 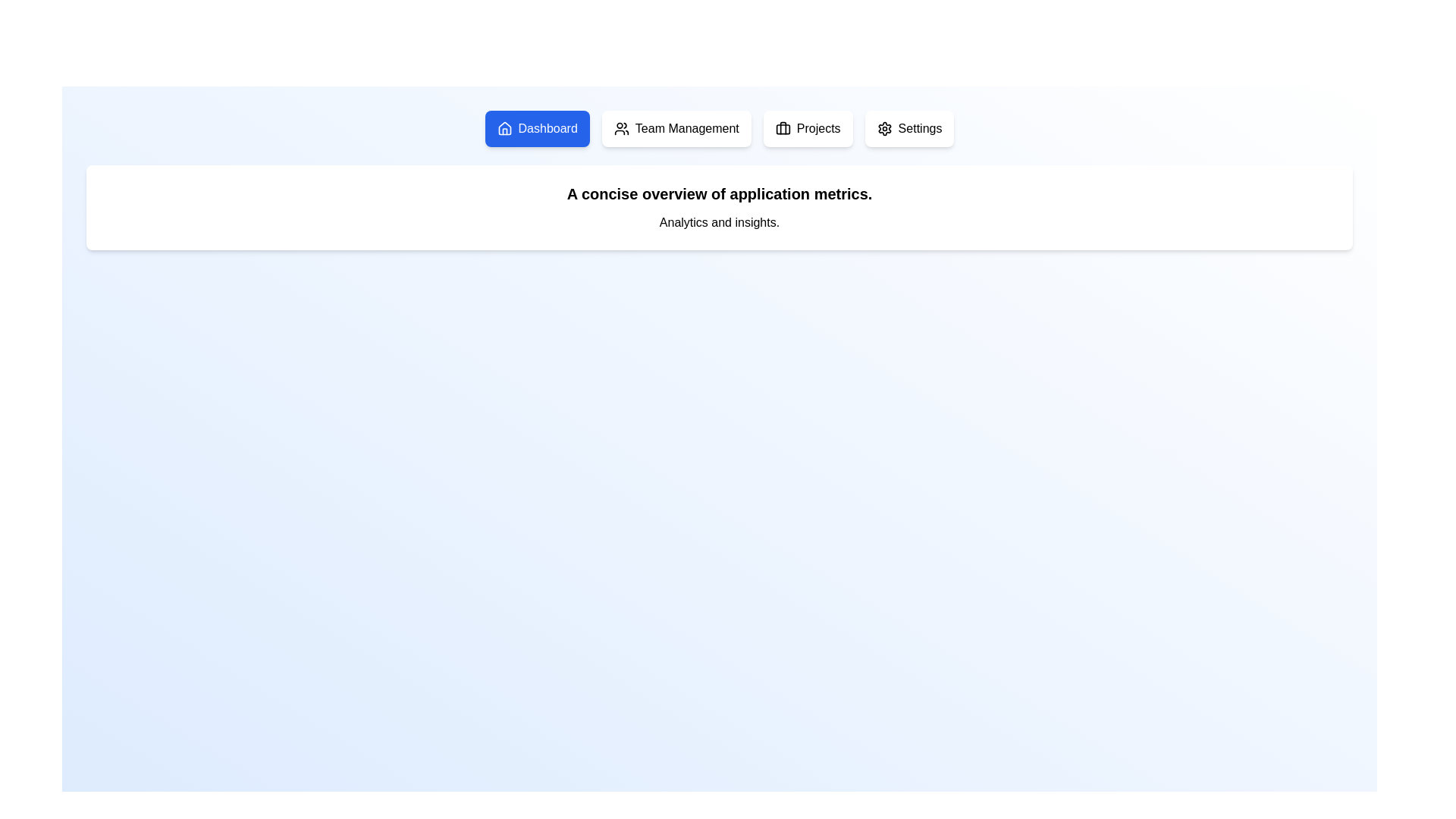 I want to click on the 'Team Management' icon located within the button in the navigation bar, so click(x=621, y=127).